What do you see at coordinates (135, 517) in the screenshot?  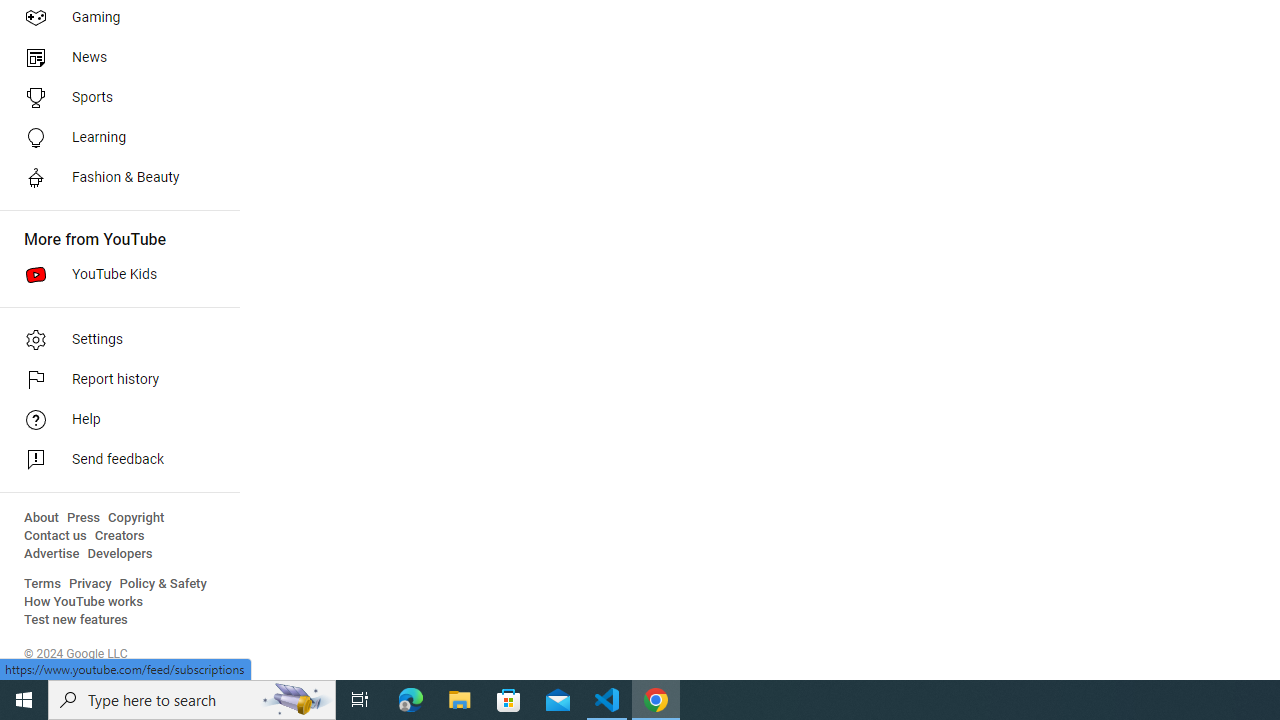 I see `'Copyright'` at bounding box center [135, 517].